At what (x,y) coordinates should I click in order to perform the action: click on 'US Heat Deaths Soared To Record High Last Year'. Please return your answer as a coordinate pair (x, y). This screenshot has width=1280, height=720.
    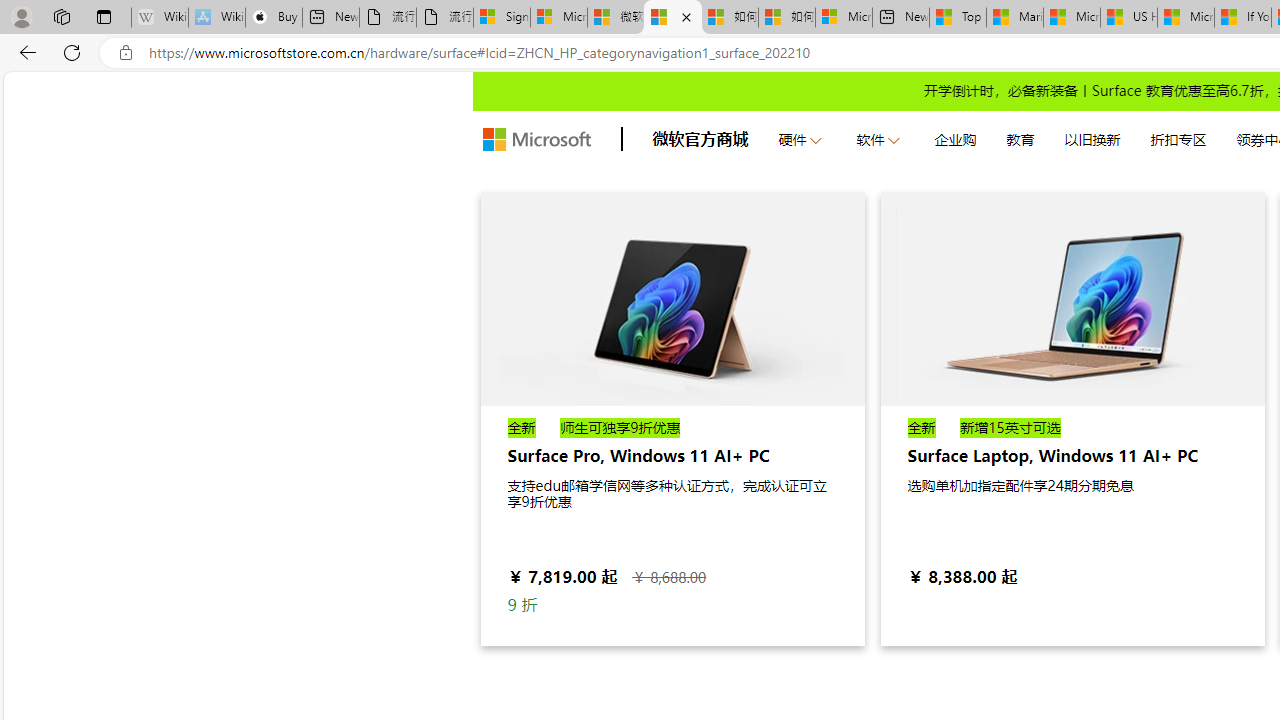
    Looking at the image, I should click on (1128, 17).